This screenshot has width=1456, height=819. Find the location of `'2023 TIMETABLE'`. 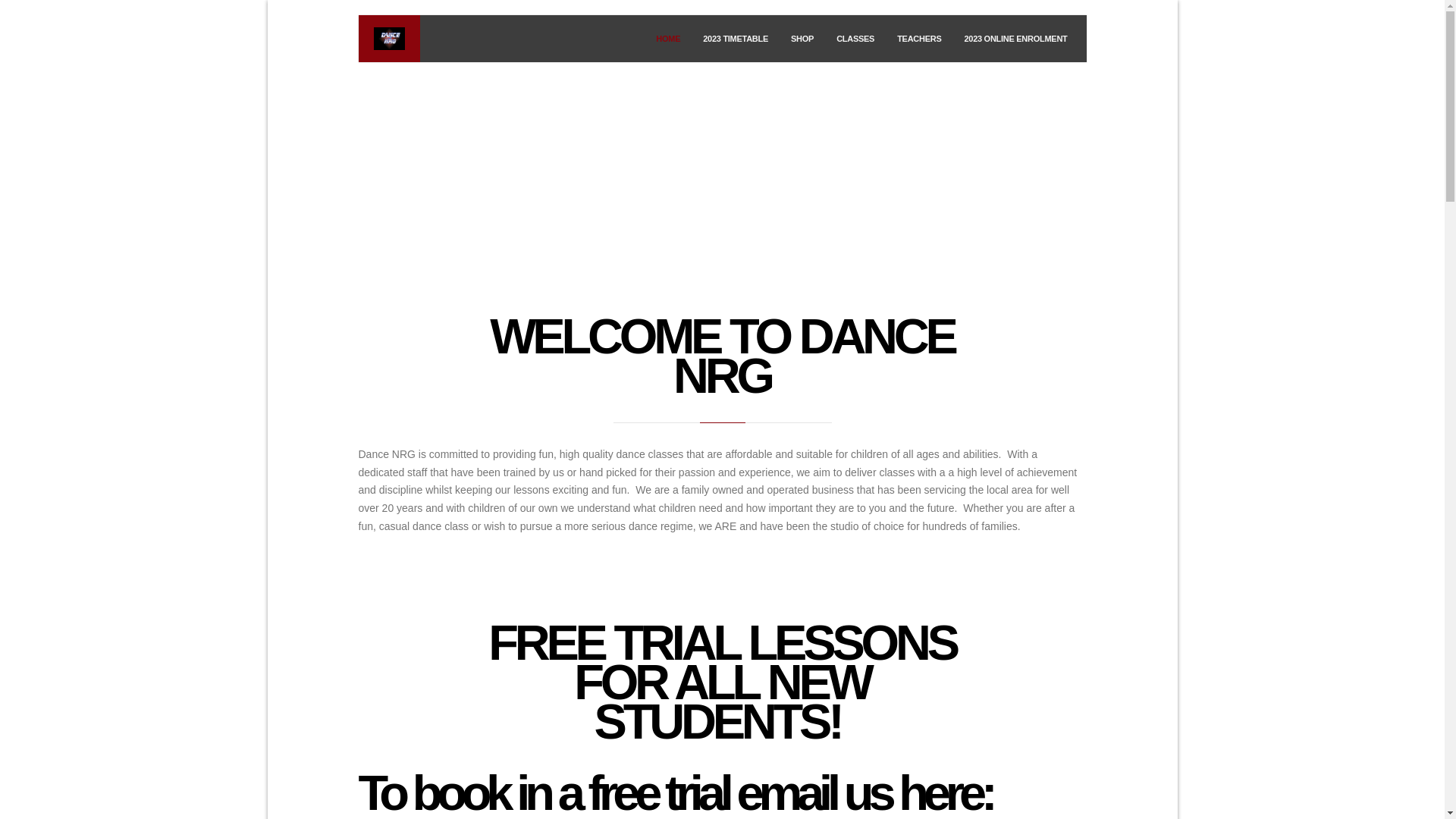

'2023 TIMETABLE' is located at coordinates (735, 38).